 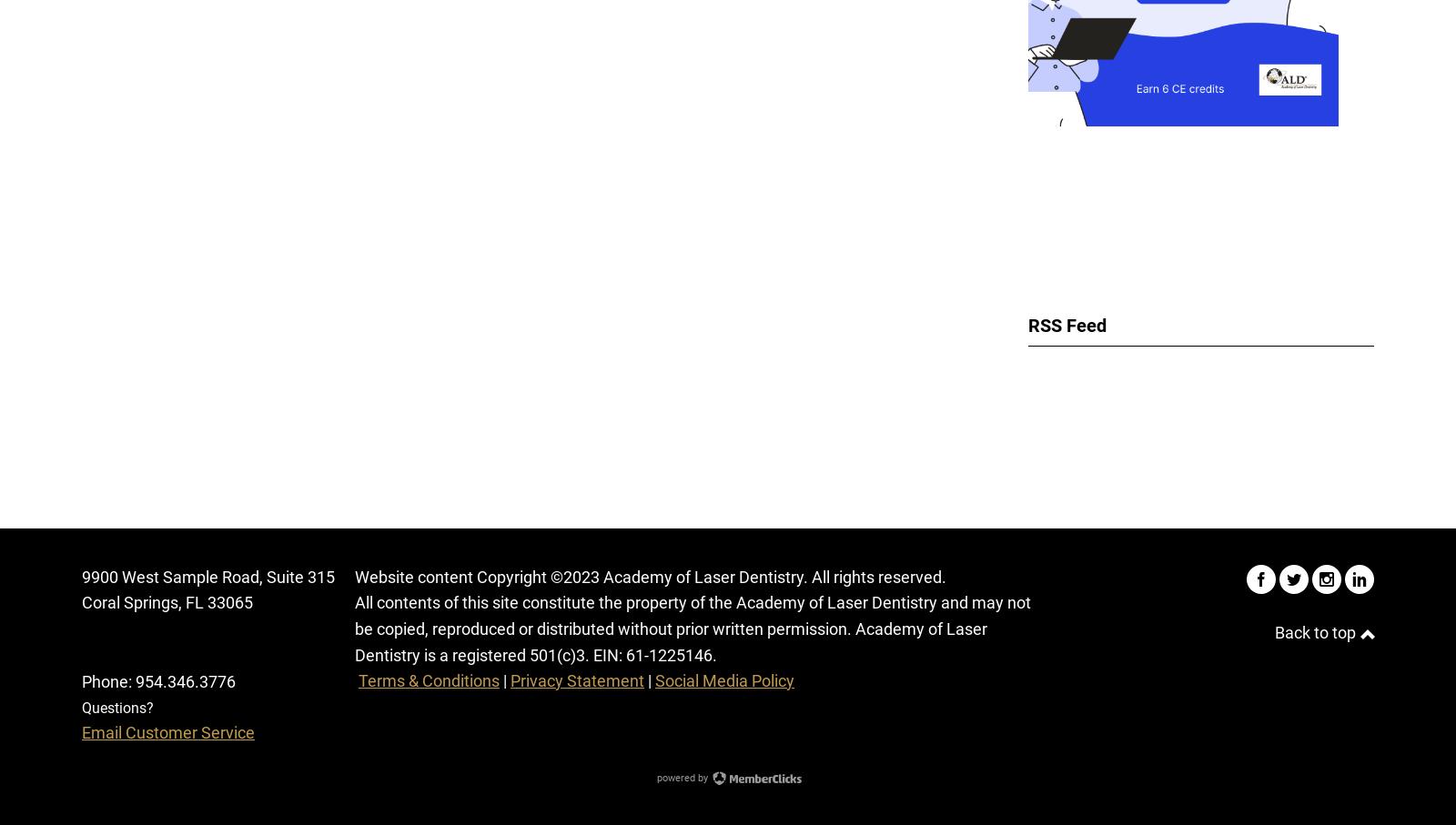 I want to click on 'Coral Springs, FL 33065', so click(x=81, y=601).